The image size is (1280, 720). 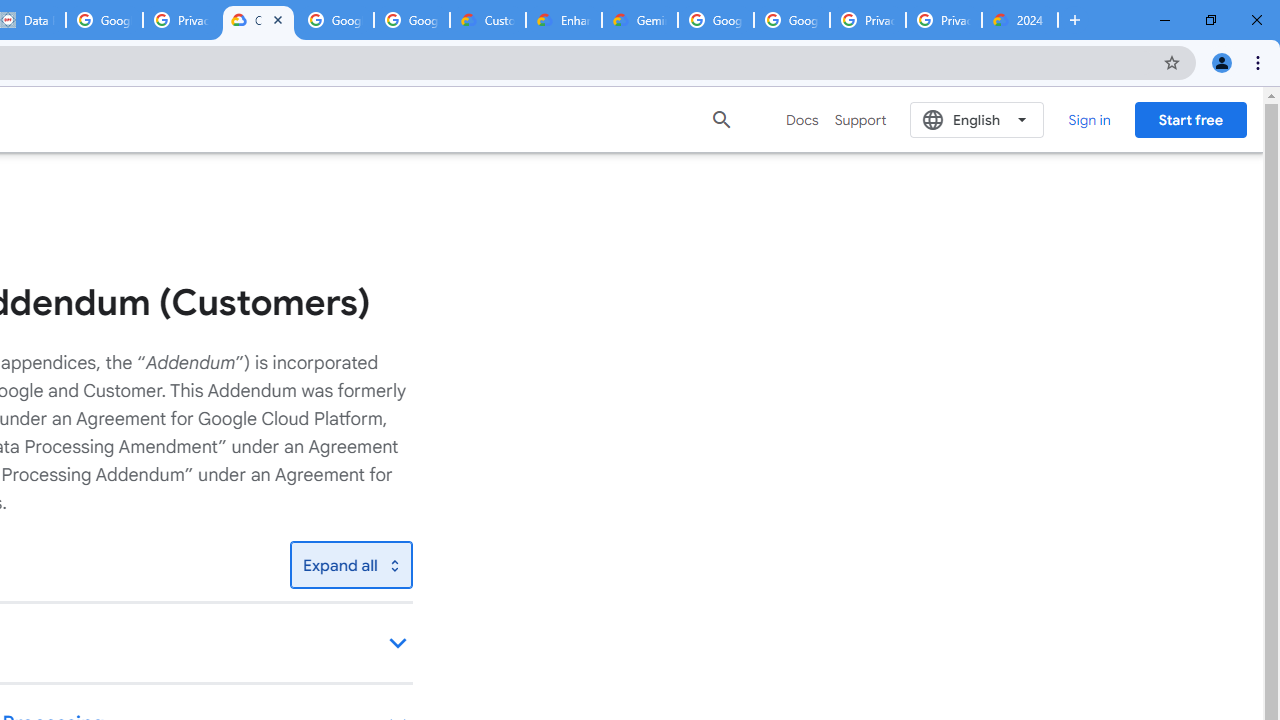 What do you see at coordinates (802, 119) in the screenshot?
I see `'Docs'` at bounding box center [802, 119].